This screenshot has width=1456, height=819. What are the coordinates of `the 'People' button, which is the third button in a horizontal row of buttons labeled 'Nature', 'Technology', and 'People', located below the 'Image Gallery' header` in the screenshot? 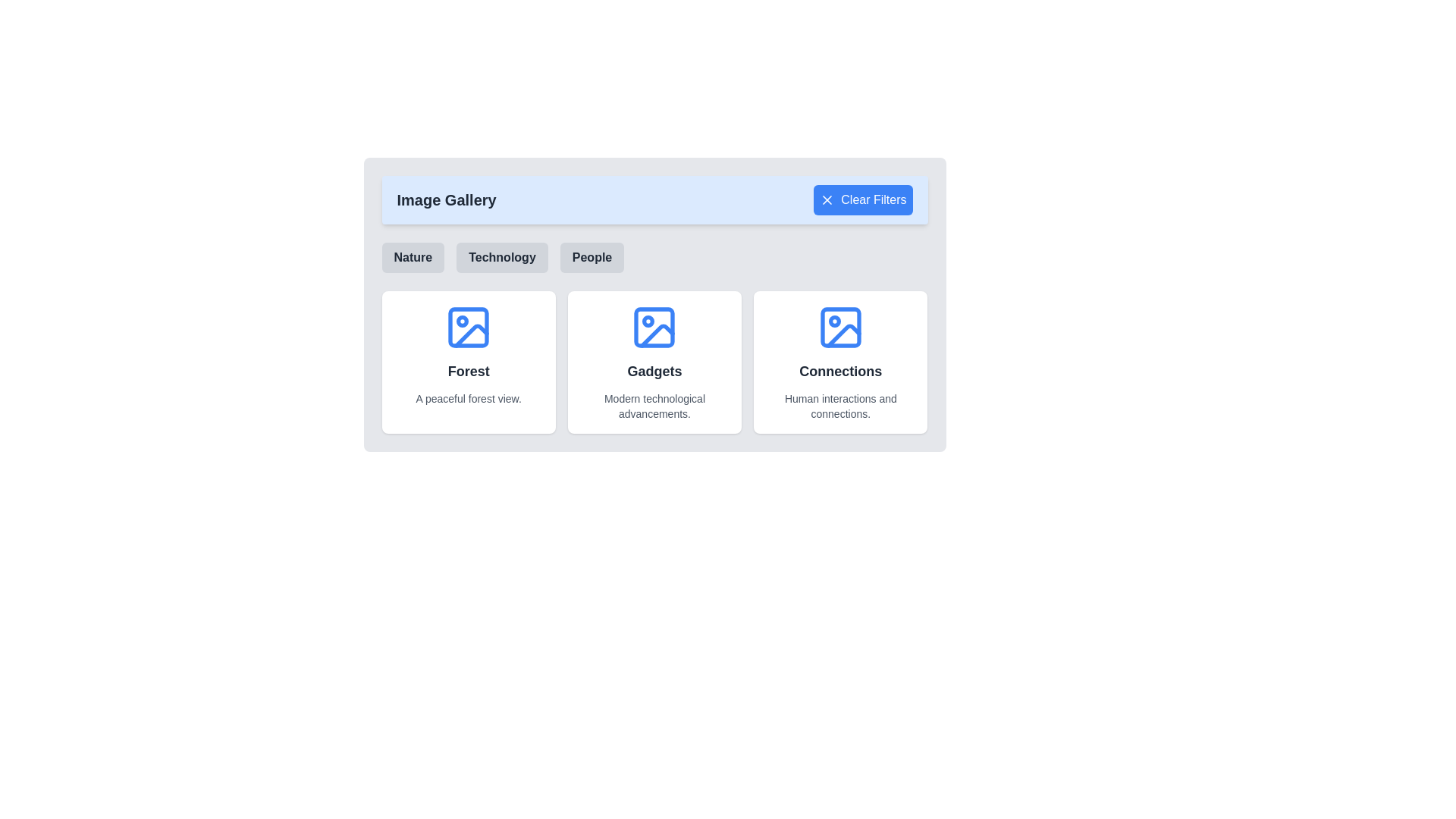 It's located at (591, 256).